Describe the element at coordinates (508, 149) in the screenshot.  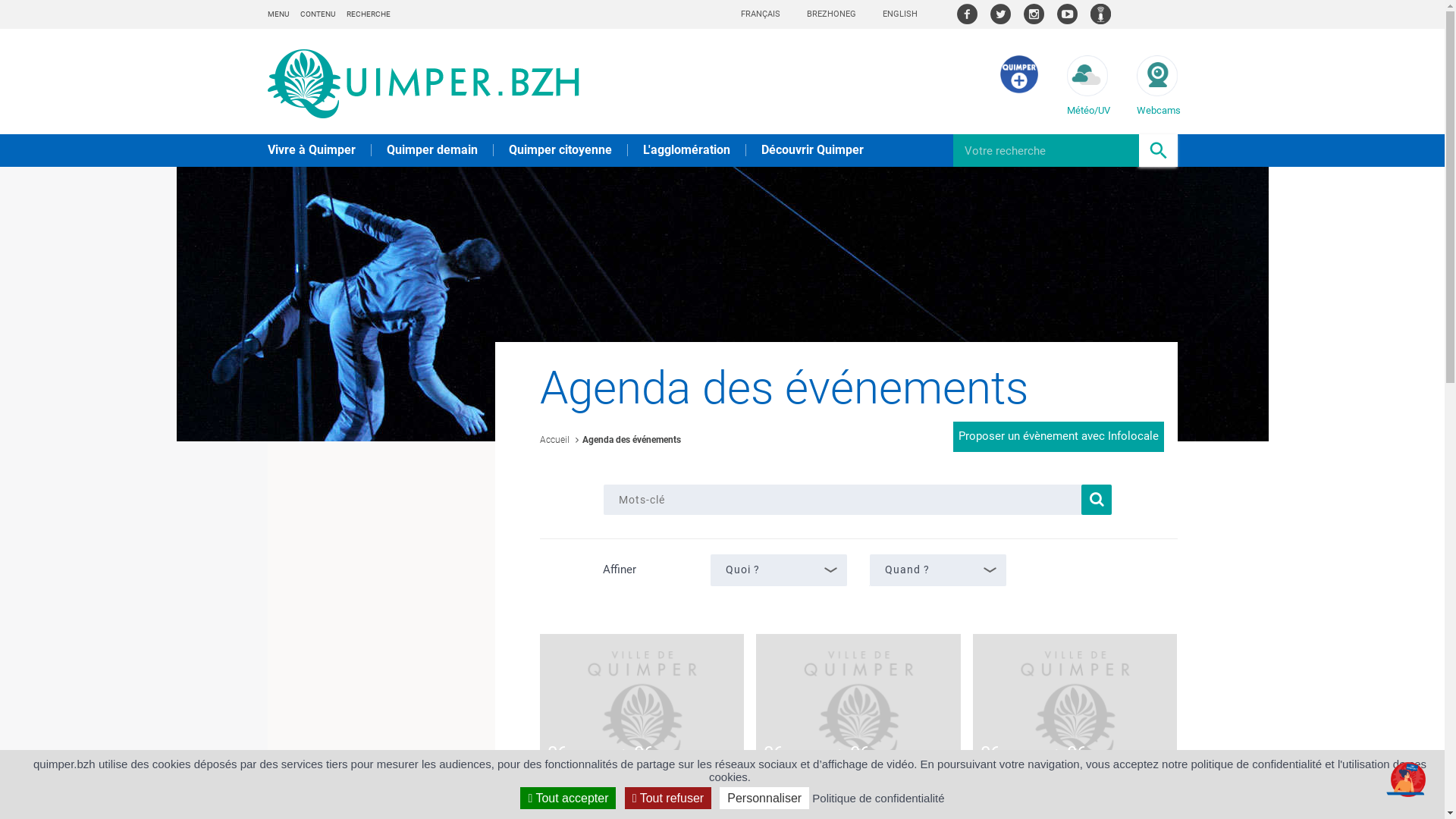
I see `'Quimper citoyenne'` at that location.